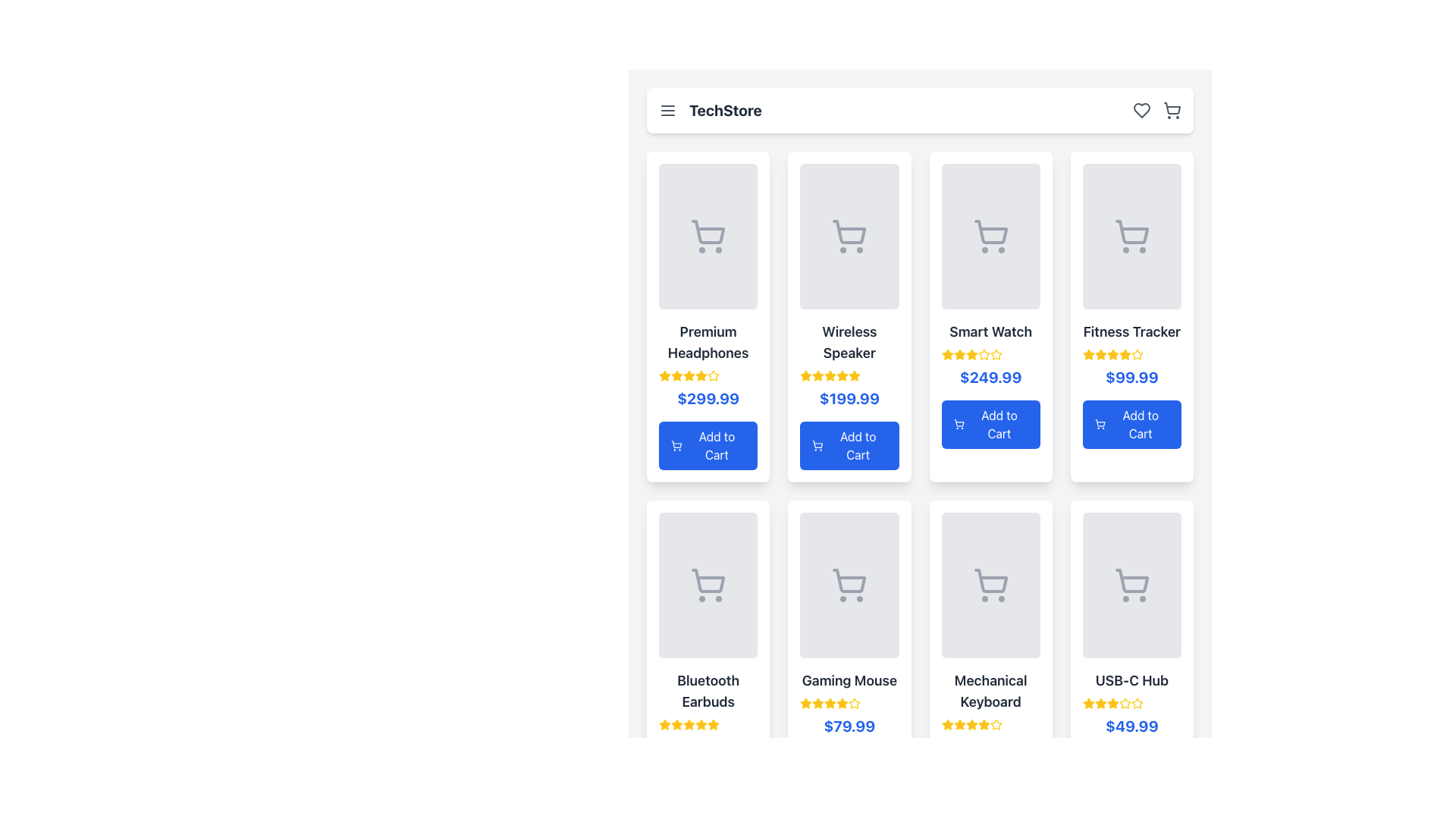 This screenshot has height=819, width=1456. I want to click on the second star icon in the five-star rating system within the 'Fitness Tracker' card to indicate a rating, so click(1100, 354).